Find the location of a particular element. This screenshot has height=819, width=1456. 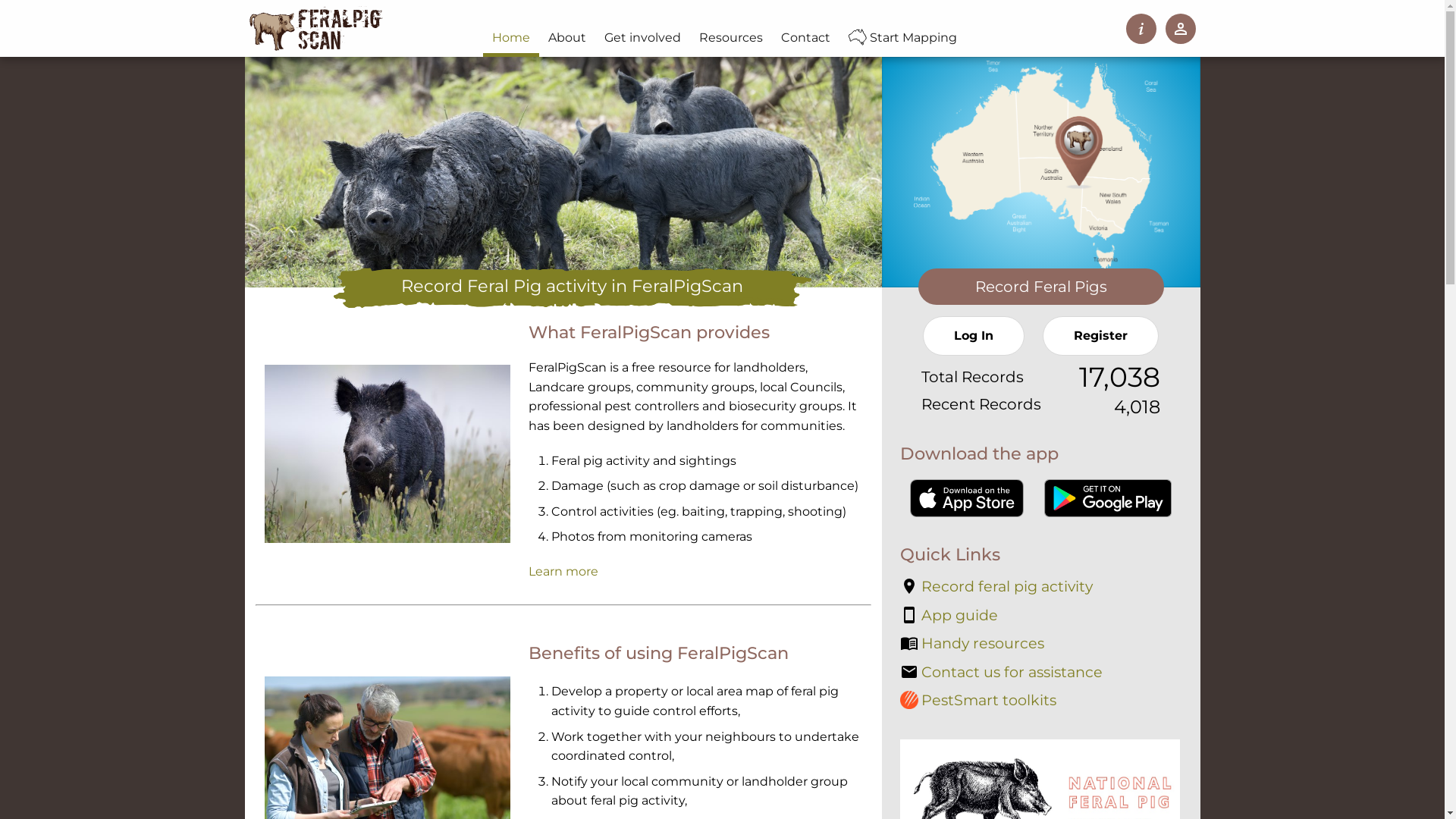

'Log In' is located at coordinates (973, 335).